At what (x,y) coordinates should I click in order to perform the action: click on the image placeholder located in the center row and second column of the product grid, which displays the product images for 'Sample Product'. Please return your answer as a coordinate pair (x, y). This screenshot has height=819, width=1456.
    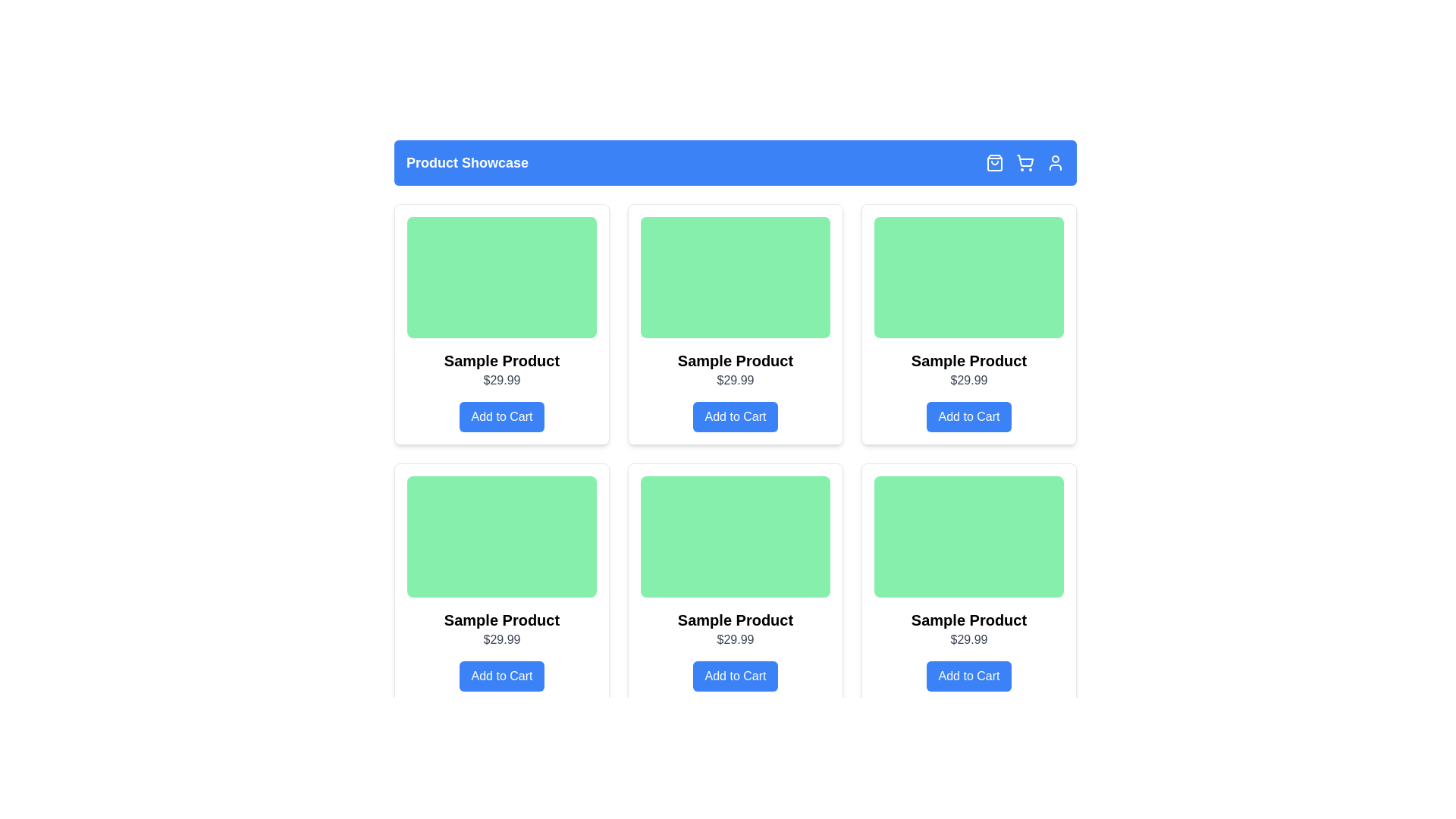
    Looking at the image, I should click on (735, 536).